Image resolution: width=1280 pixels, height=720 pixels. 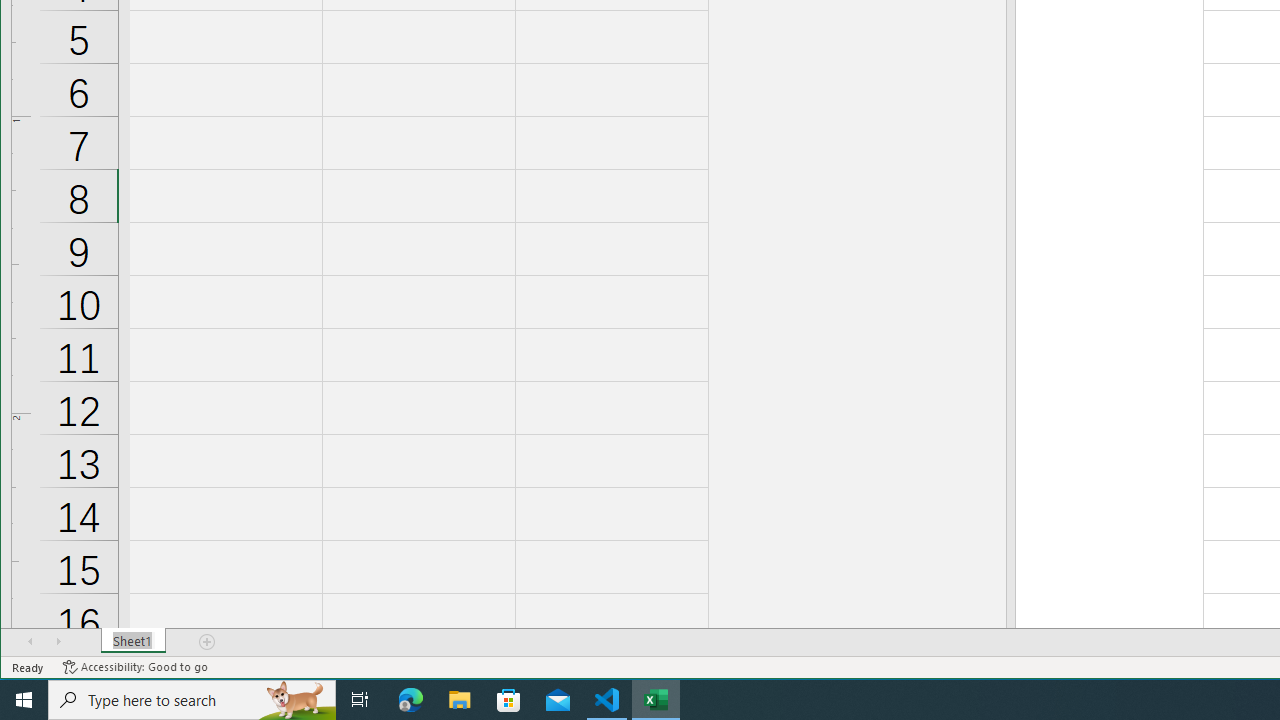 I want to click on 'Type here to search', so click(x=192, y=698).